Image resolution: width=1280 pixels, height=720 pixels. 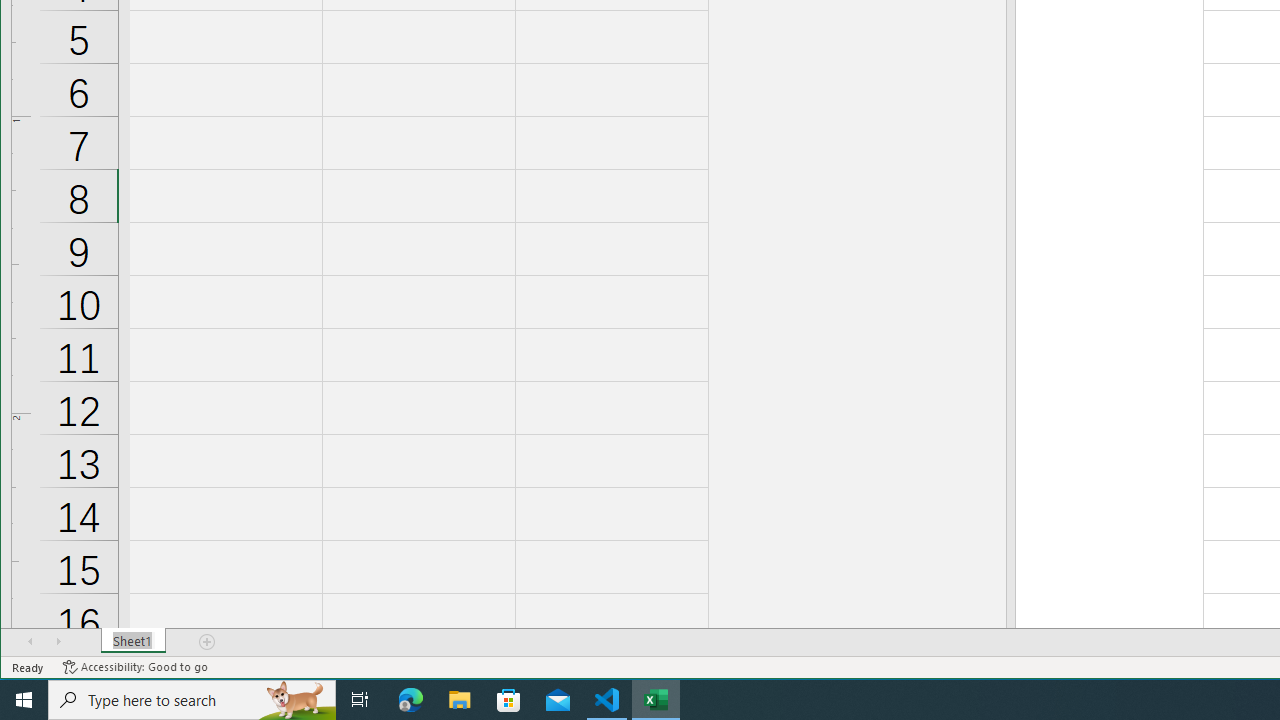 I want to click on 'Type here to search', so click(x=192, y=698).